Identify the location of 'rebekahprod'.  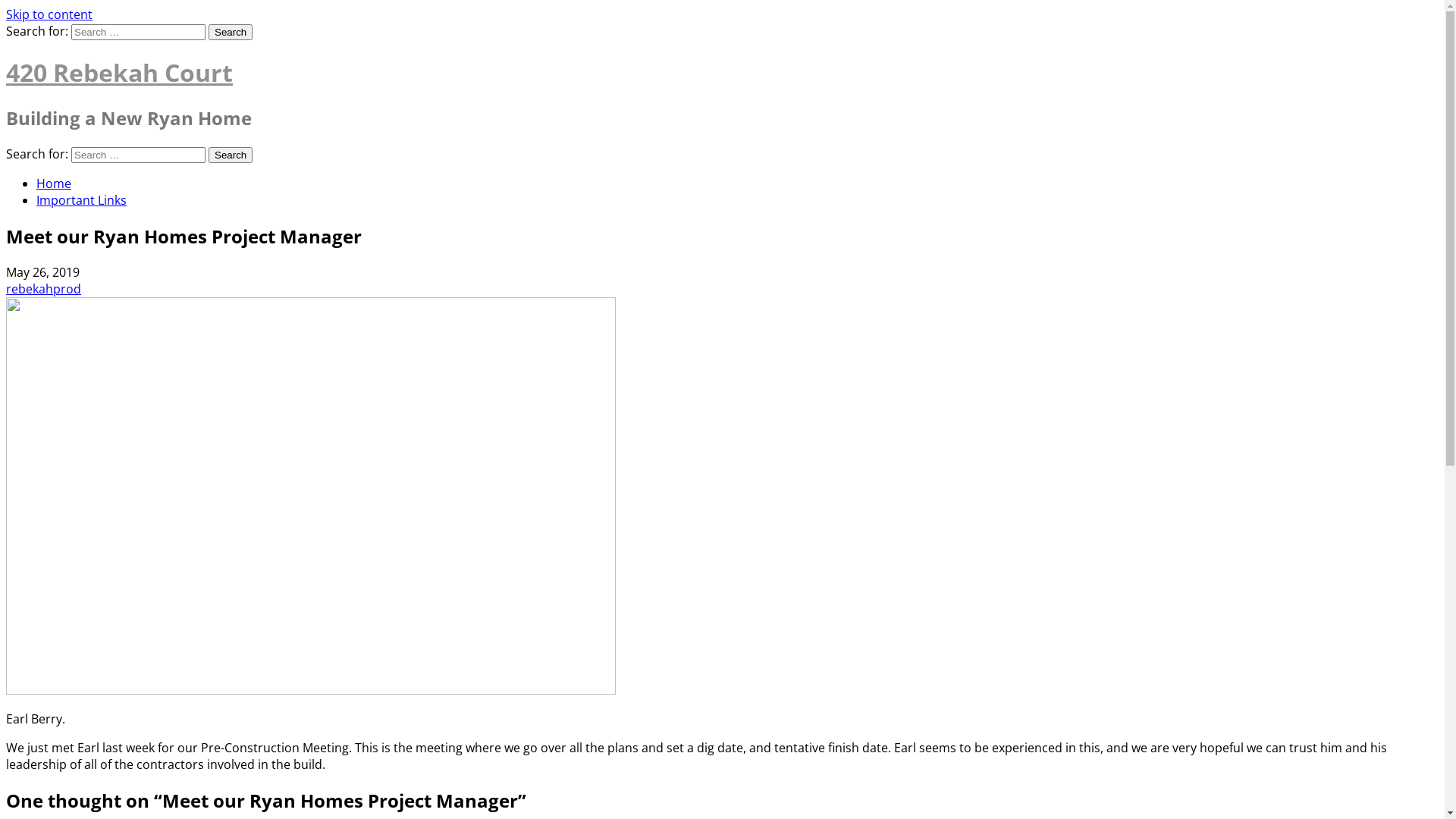
(43, 289).